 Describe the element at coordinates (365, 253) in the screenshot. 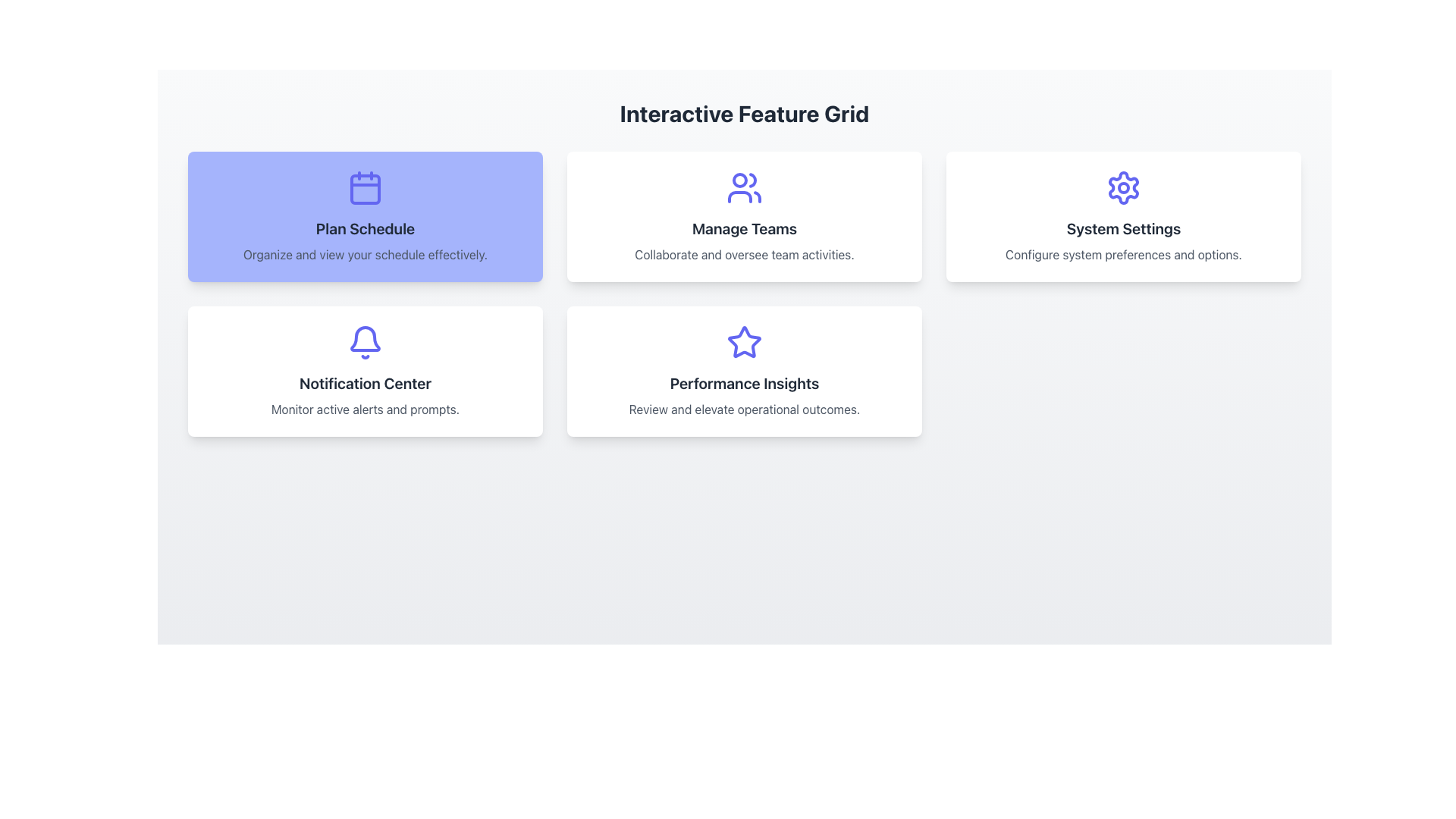

I see `the text element that reads 'Organize and view your schedule effectively.' which is styled in gray and positioned below the 'Plan Schedule' heading within a light blue card` at that location.